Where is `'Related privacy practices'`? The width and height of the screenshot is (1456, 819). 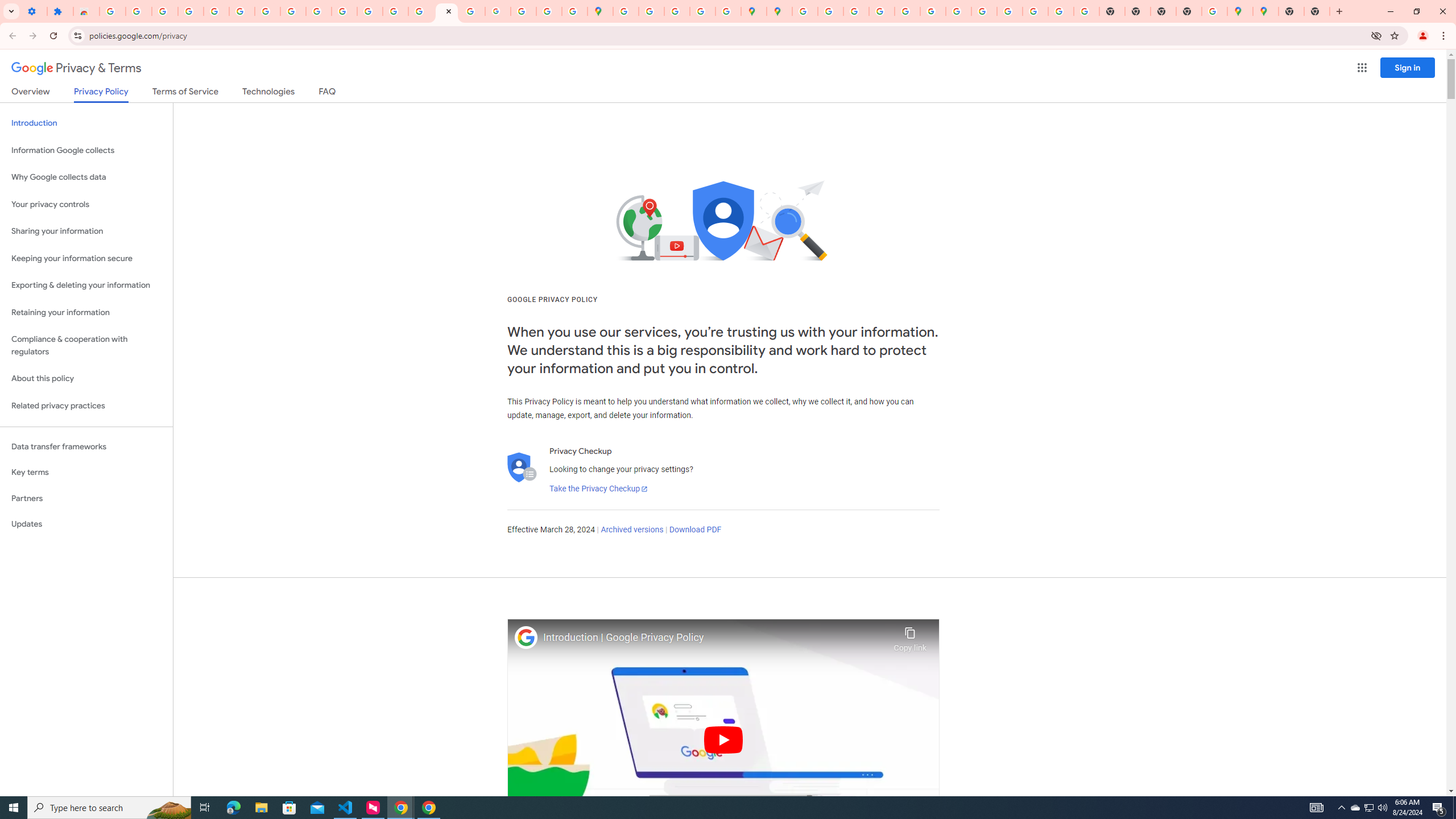 'Related privacy practices' is located at coordinates (86, 405).